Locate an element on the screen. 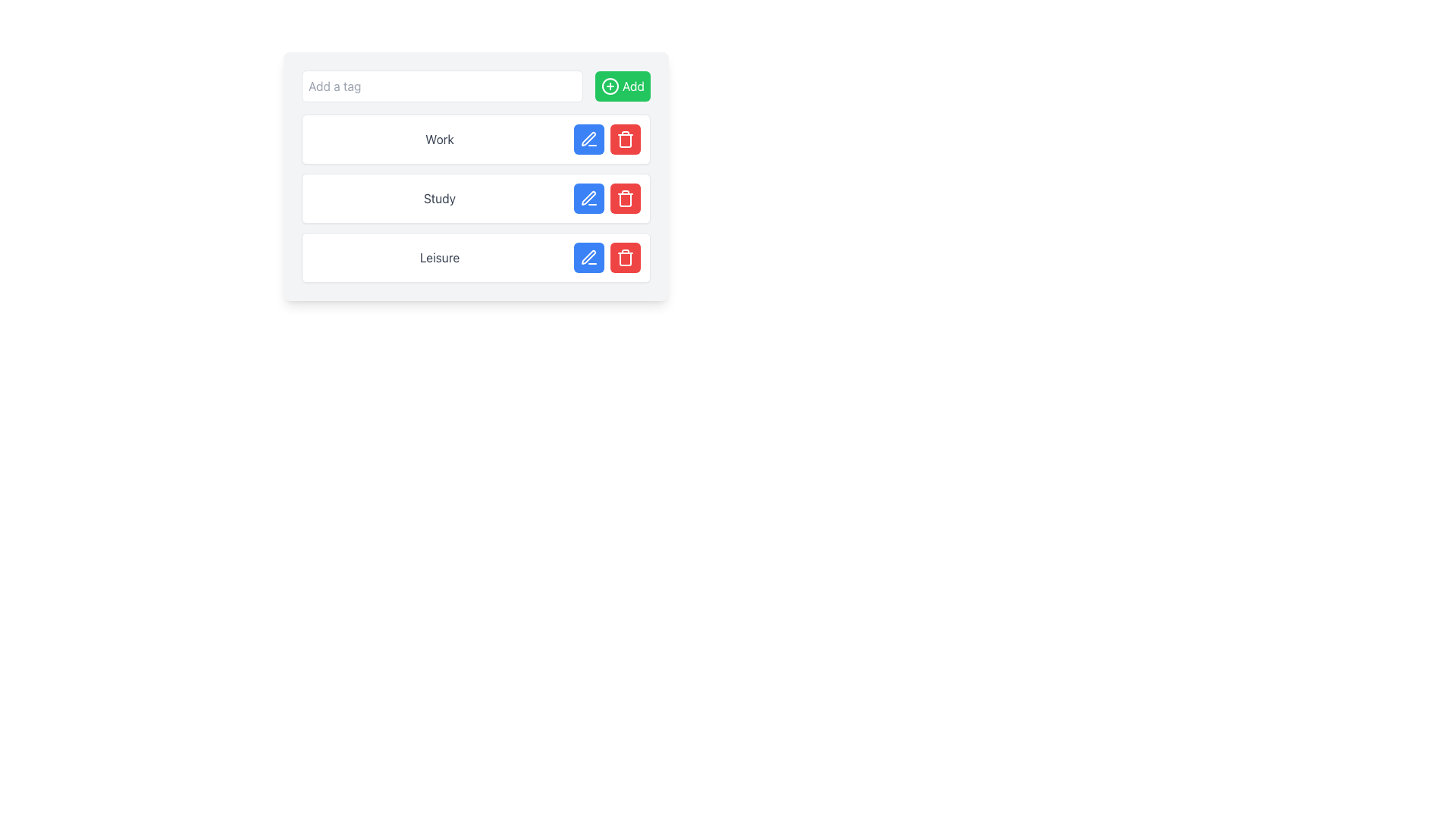  the pen icon button with a blue background located in the second list item labeled 'Study', positioned to the left of a red trash can icon is located at coordinates (588, 198).